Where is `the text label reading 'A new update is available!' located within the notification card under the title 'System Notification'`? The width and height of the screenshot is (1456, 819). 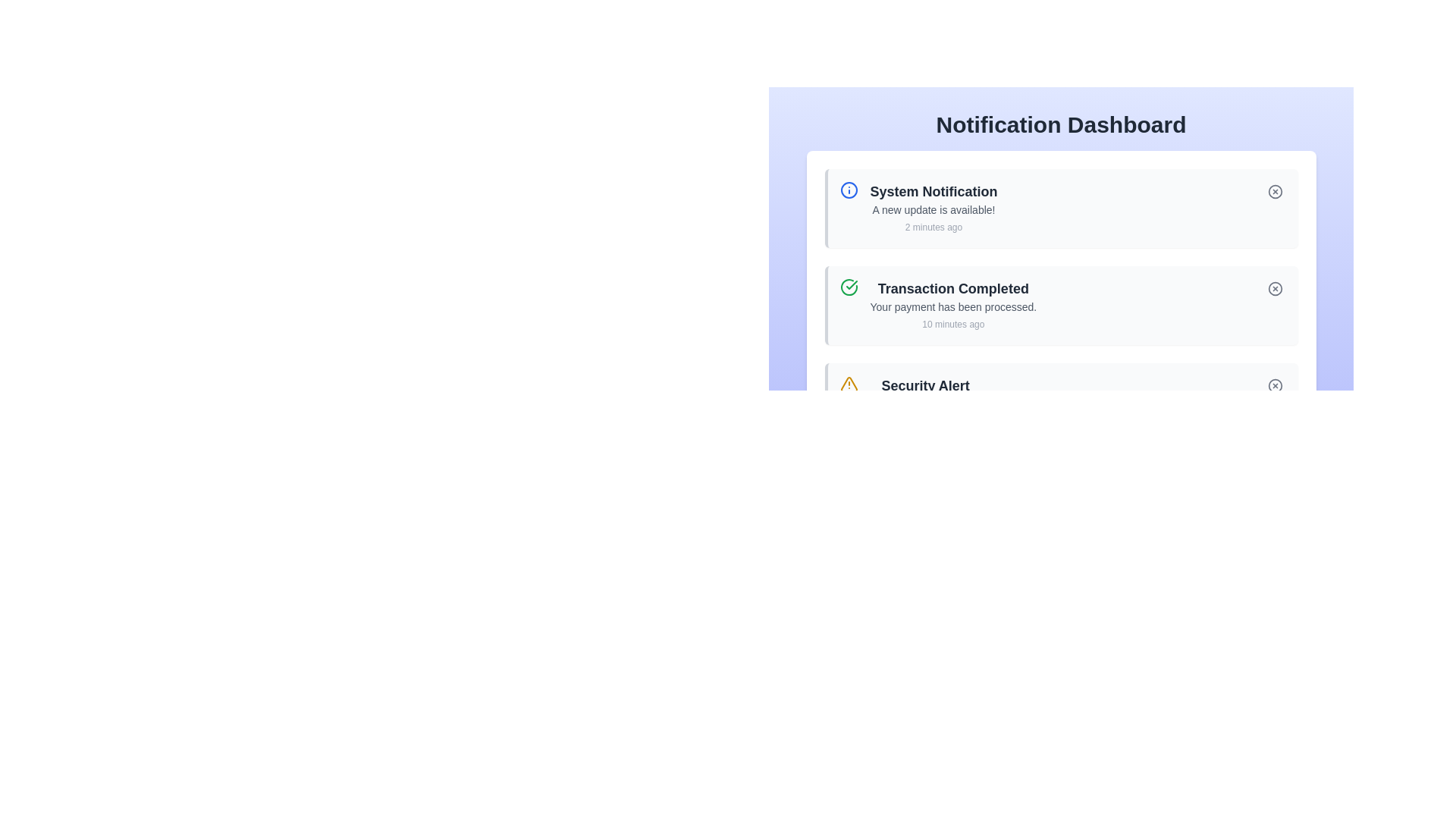 the text label reading 'A new update is available!' located within the notification card under the title 'System Notification' is located at coordinates (933, 210).